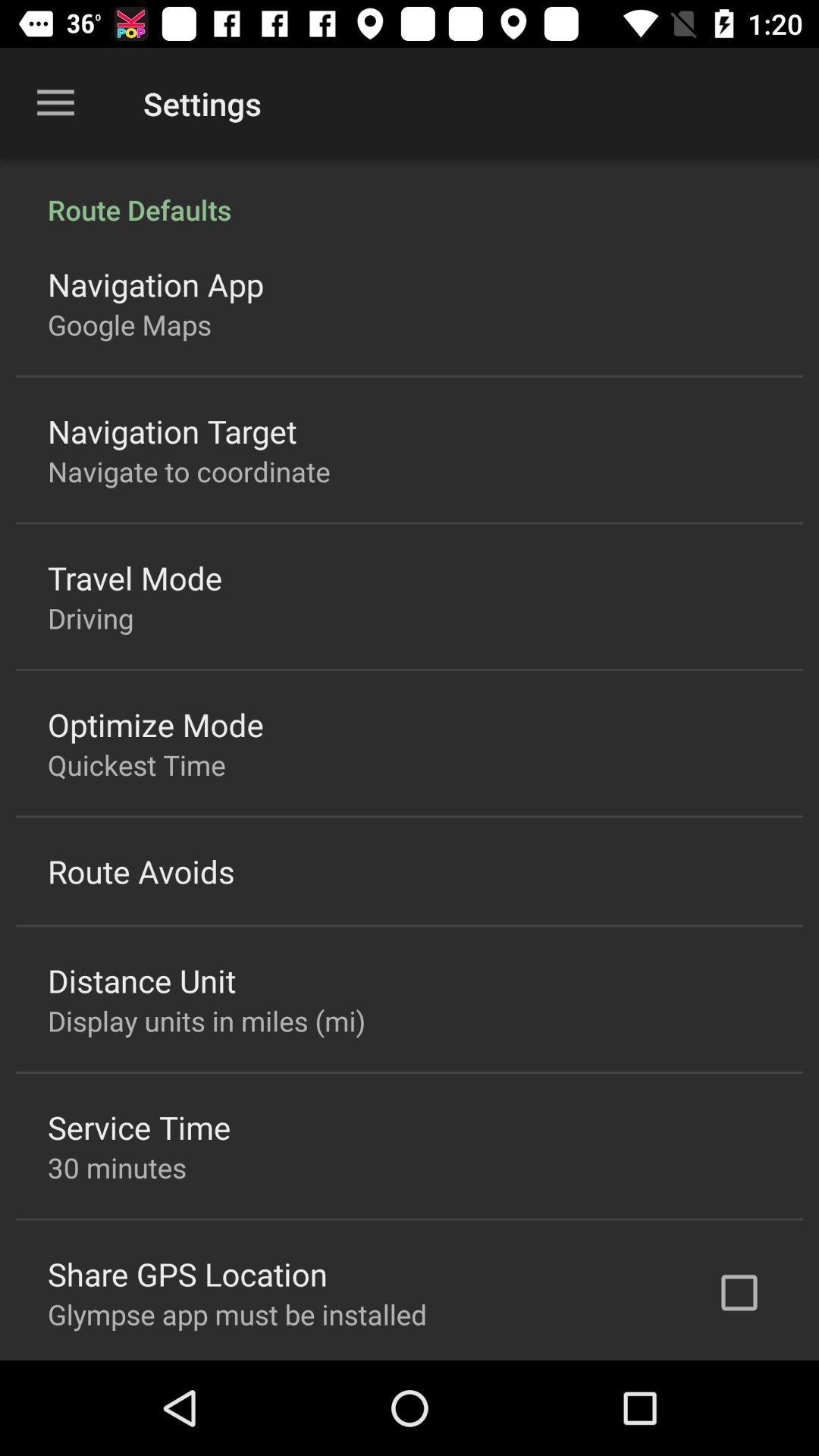 This screenshot has width=819, height=1456. What do you see at coordinates (206, 1021) in the screenshot?
I see `the item below distance unit item` at bounding box center [206, 1021].